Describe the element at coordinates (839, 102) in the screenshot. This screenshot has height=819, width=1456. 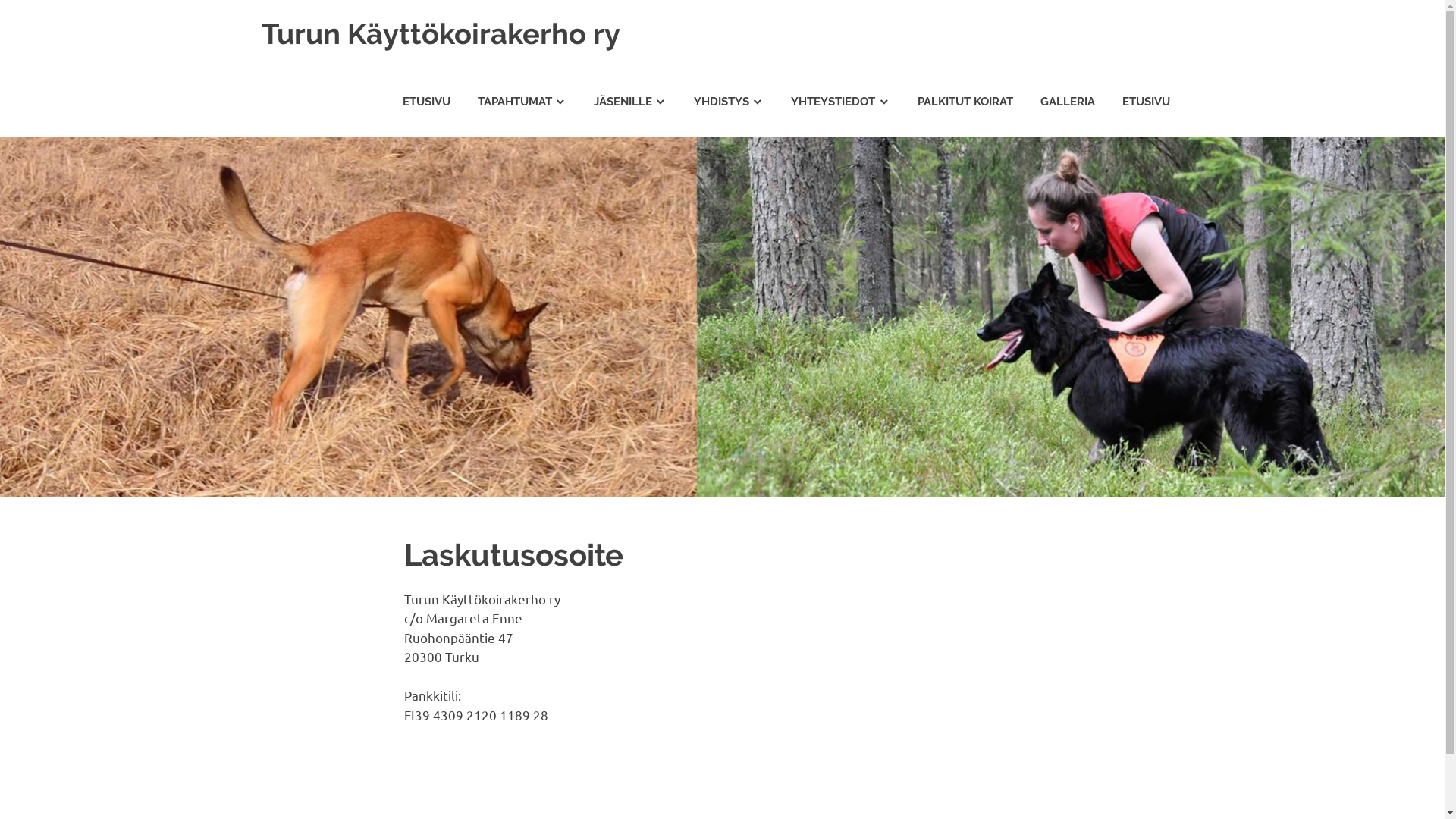
I see `'YHTEYSTIEDOT'` at that location.